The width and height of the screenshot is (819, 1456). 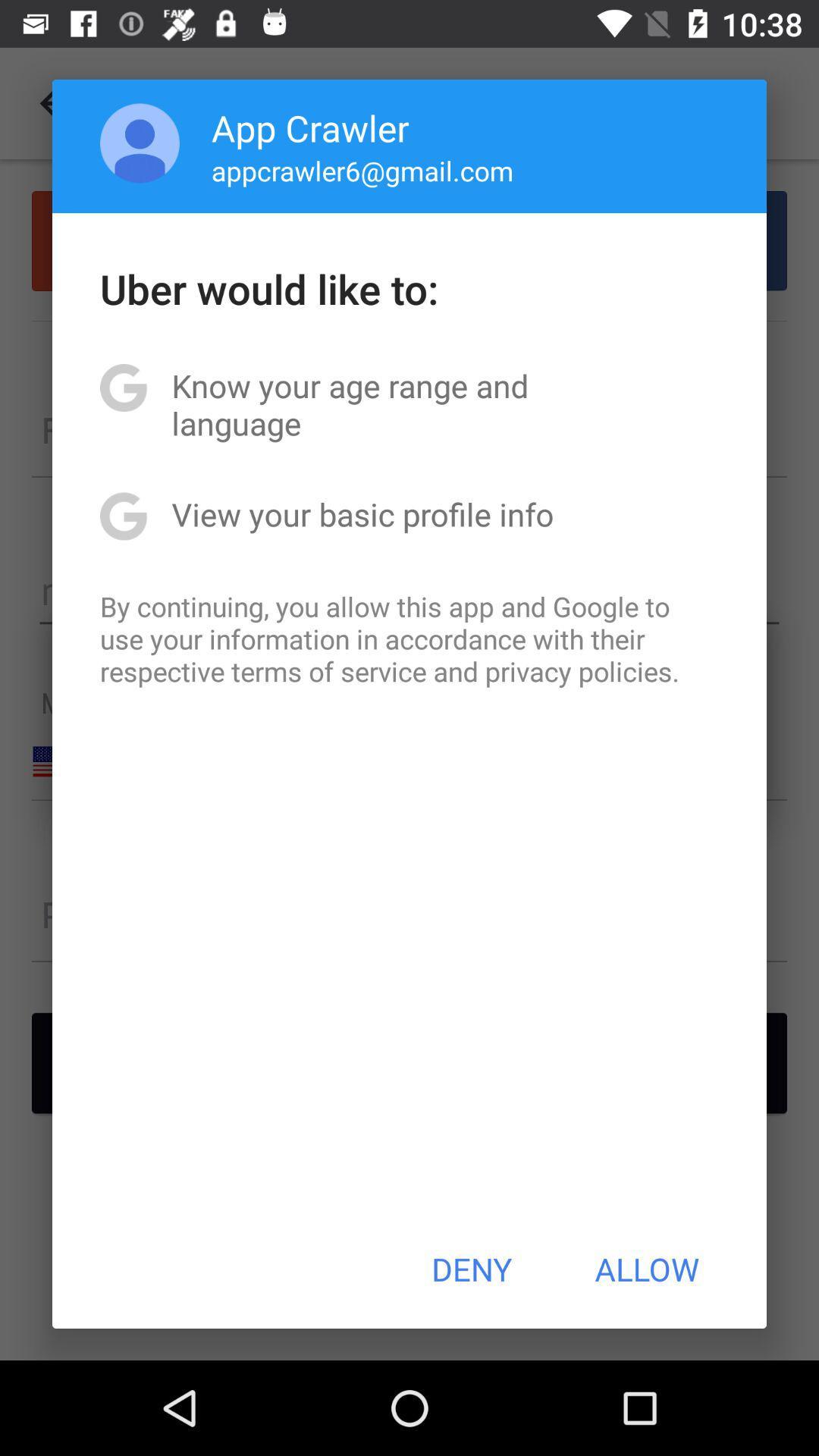 What do you see at coordinates (471, 1269) in the screenshot?
I see `the deny button` at bounding box center [471, 1269].